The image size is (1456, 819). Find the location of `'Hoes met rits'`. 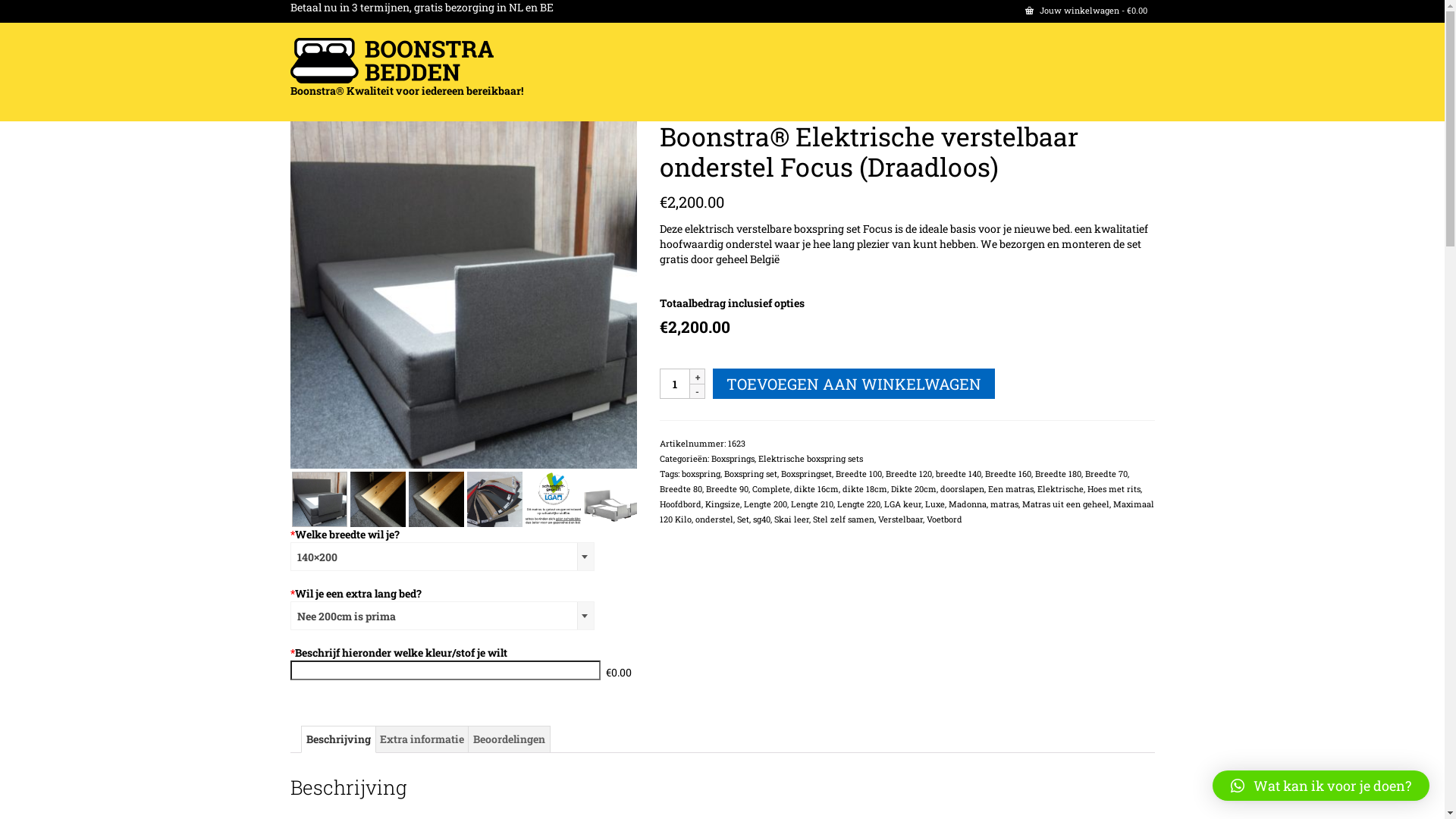

'Hoes met rits' is located at coordinates (1113, 488).